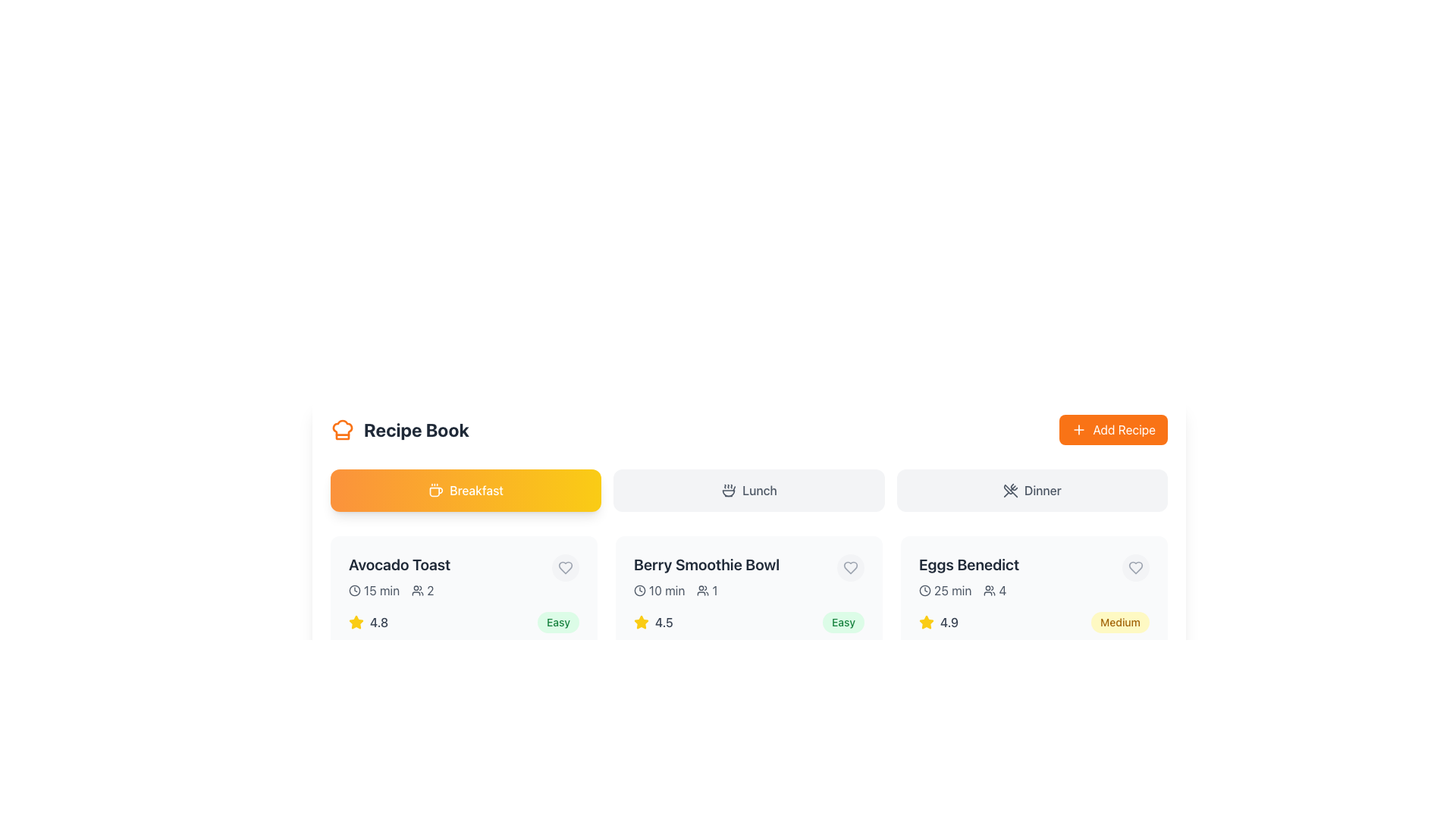 The image size is (1456, 819). I want to click on the number in the Rating display, which is represented by a star icon and a numeric value, so click(369, 623).